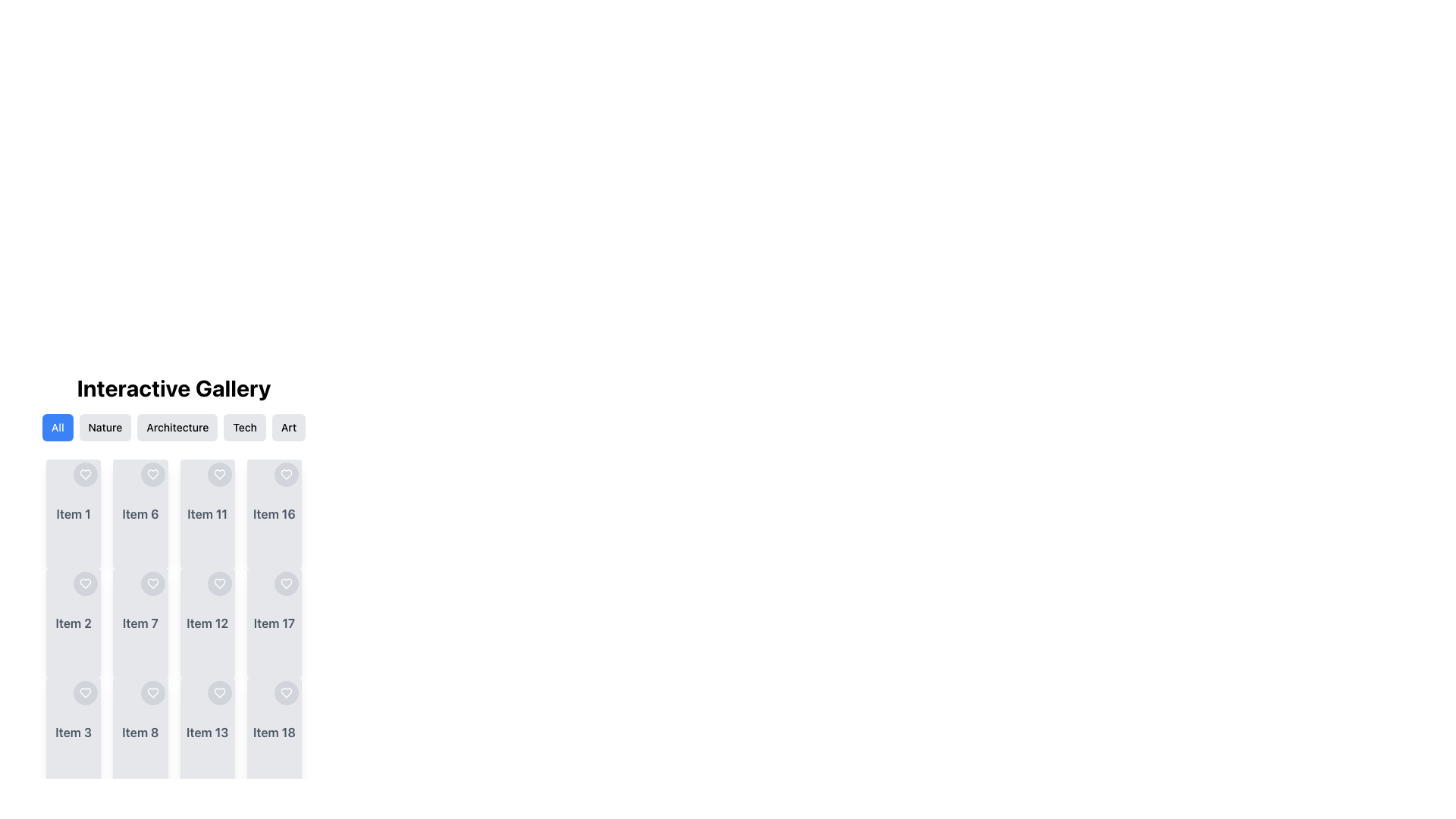  I want to click on the text label identifying the card as 'Item 18' located in the fourth column of the grid layout, so click(274, 731).